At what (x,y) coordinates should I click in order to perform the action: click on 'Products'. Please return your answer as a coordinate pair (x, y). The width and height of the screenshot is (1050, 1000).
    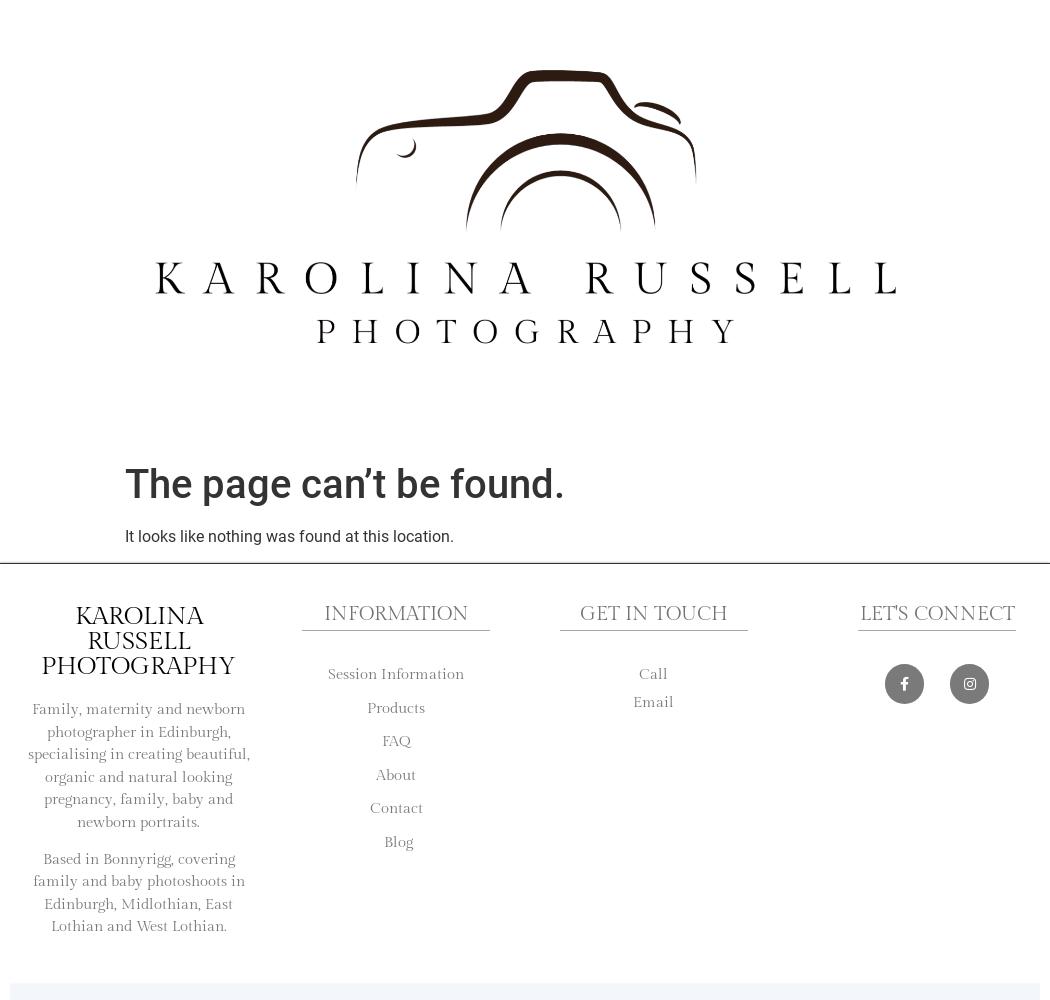
    Looking at the image, I should click on (395, 706).